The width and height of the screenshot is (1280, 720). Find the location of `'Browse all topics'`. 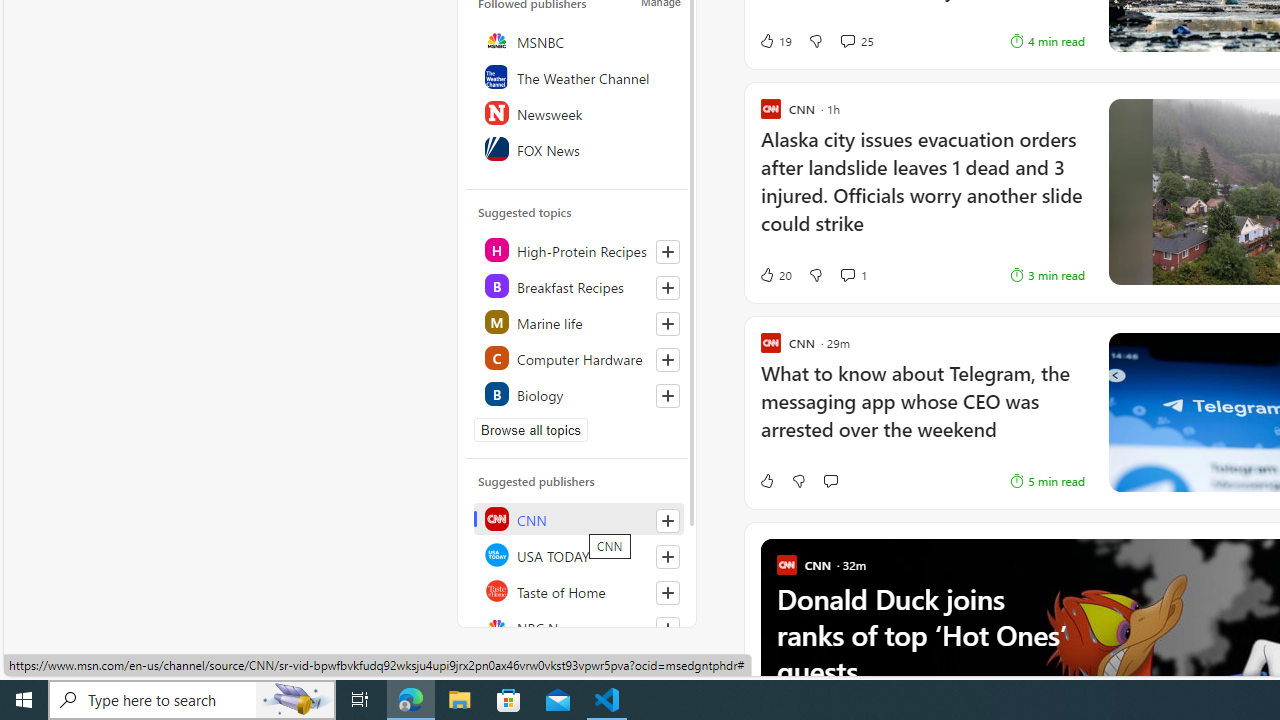

'Browse all topics' is located at coordinates (531, 429).